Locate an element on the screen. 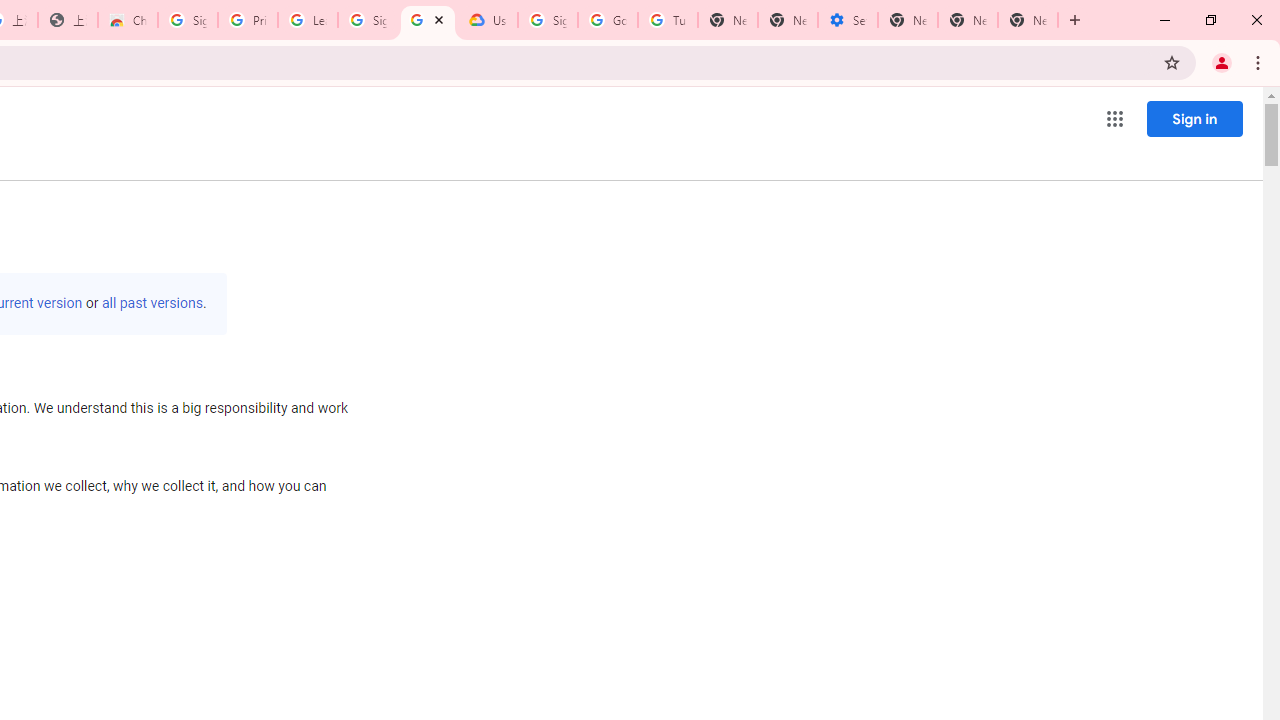  'Chrome Web Store - Color themes by Chrome' is located at coordinates (127, 20).